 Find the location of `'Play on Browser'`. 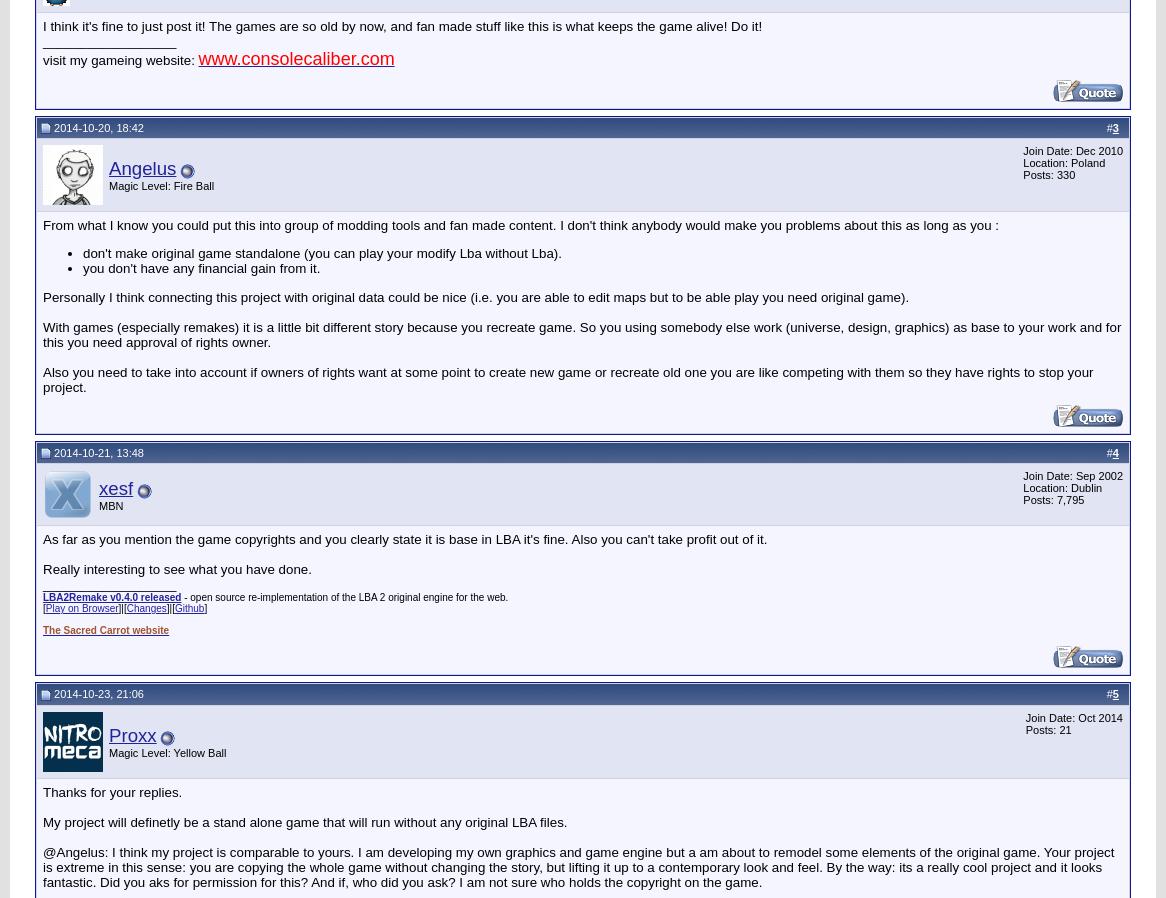

'Play on Browser' is located at coordinates (80, 607).